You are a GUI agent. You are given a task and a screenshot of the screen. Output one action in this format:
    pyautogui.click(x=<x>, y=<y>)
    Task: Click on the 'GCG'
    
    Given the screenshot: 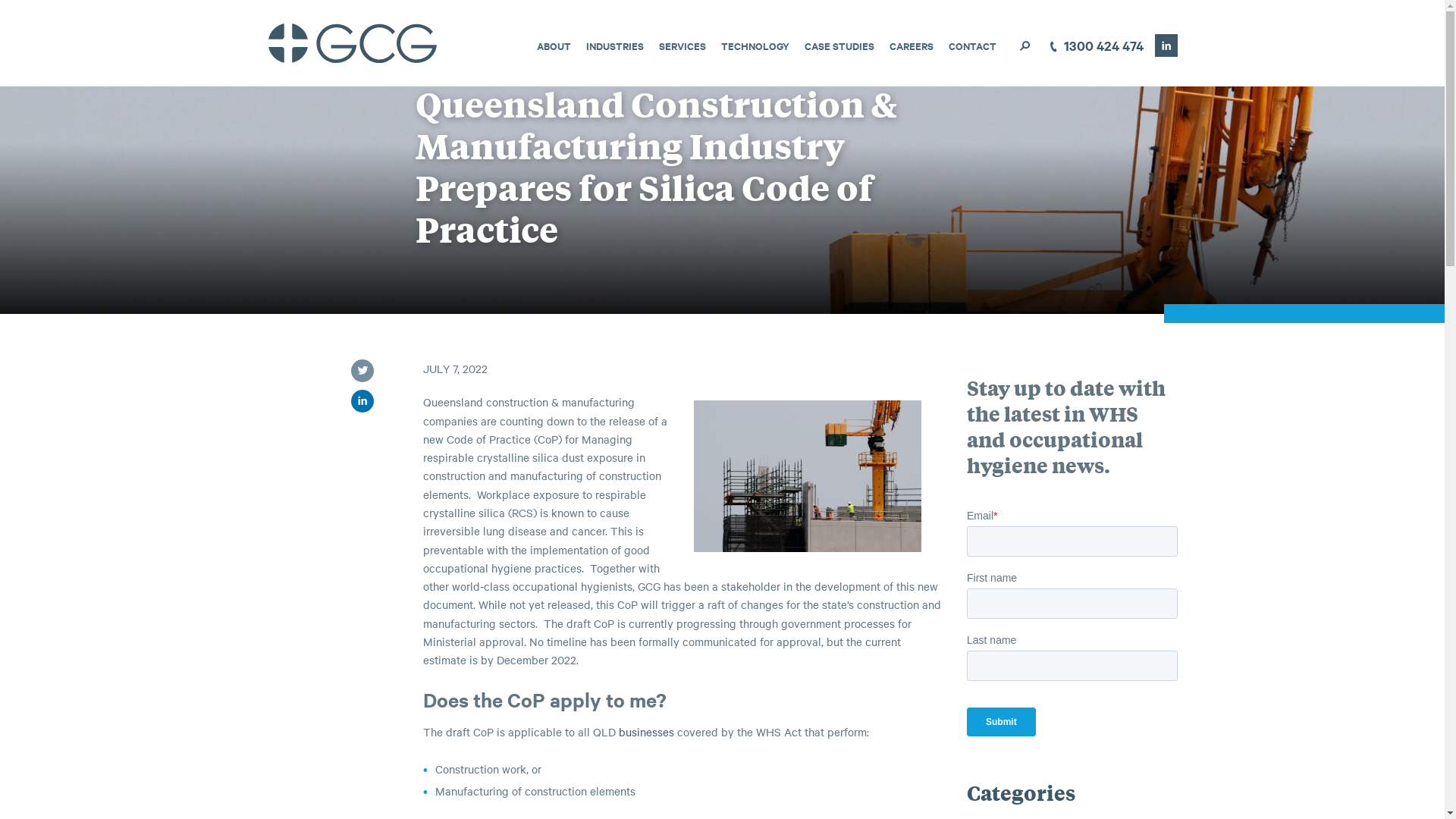 What is the action you would take?
    pyautogui.click(x=266, y=42)
    